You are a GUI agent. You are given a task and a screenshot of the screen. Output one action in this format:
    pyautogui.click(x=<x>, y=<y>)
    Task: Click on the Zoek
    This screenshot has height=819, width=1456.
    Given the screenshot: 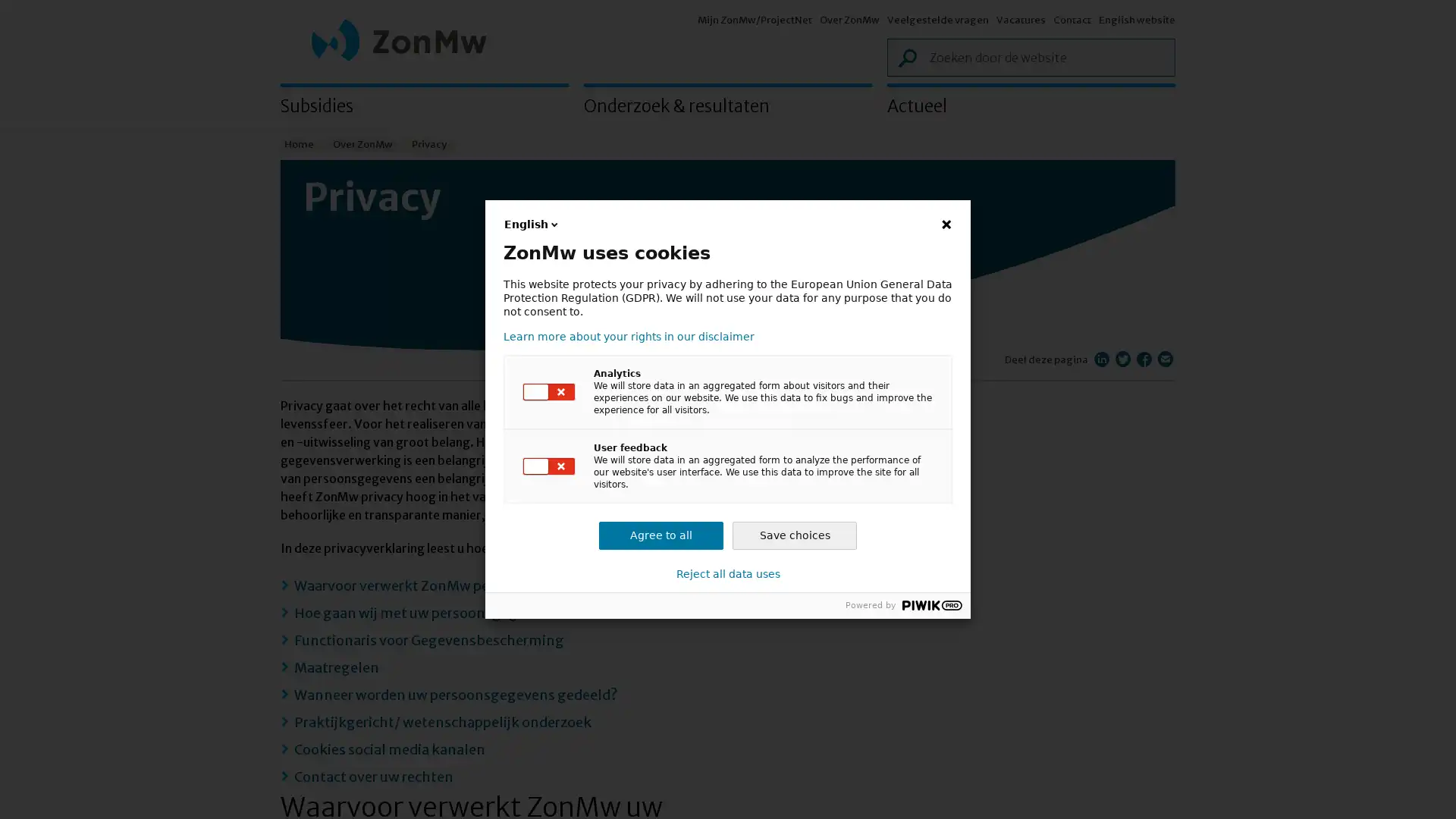 What is the action you would take?
    pyautogui.click(x=1165, y=57)
    